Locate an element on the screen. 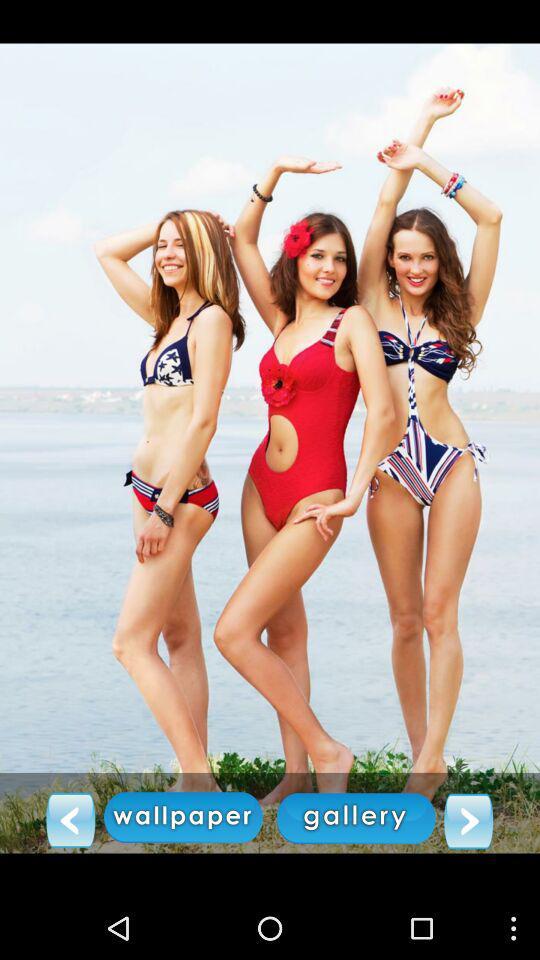 This screenshot has width=540, height=960. the arrow_forward icon is located at coordinates (468, 878).